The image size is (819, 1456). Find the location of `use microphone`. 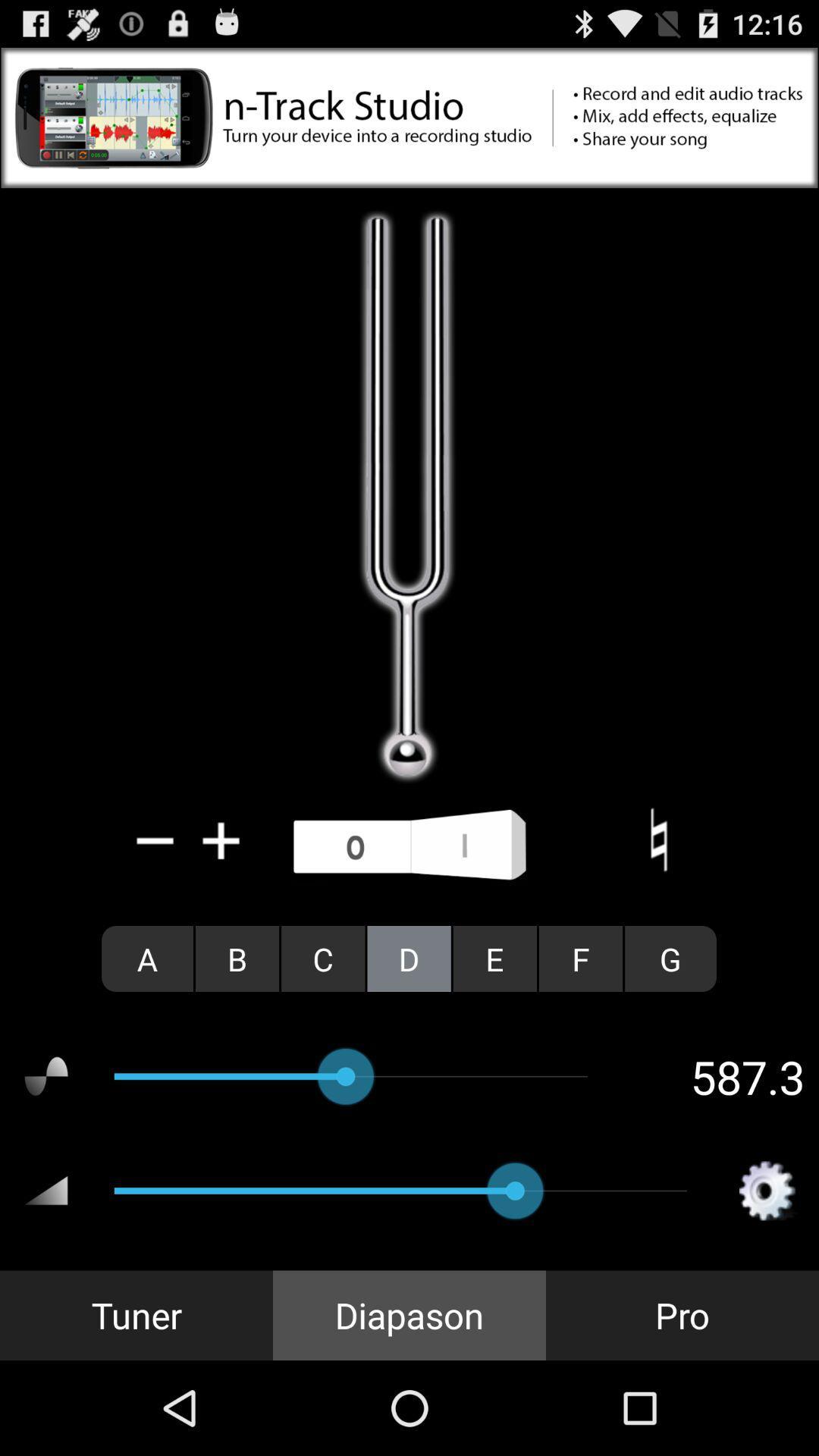

use microphone is located at coordinates (409, 846).